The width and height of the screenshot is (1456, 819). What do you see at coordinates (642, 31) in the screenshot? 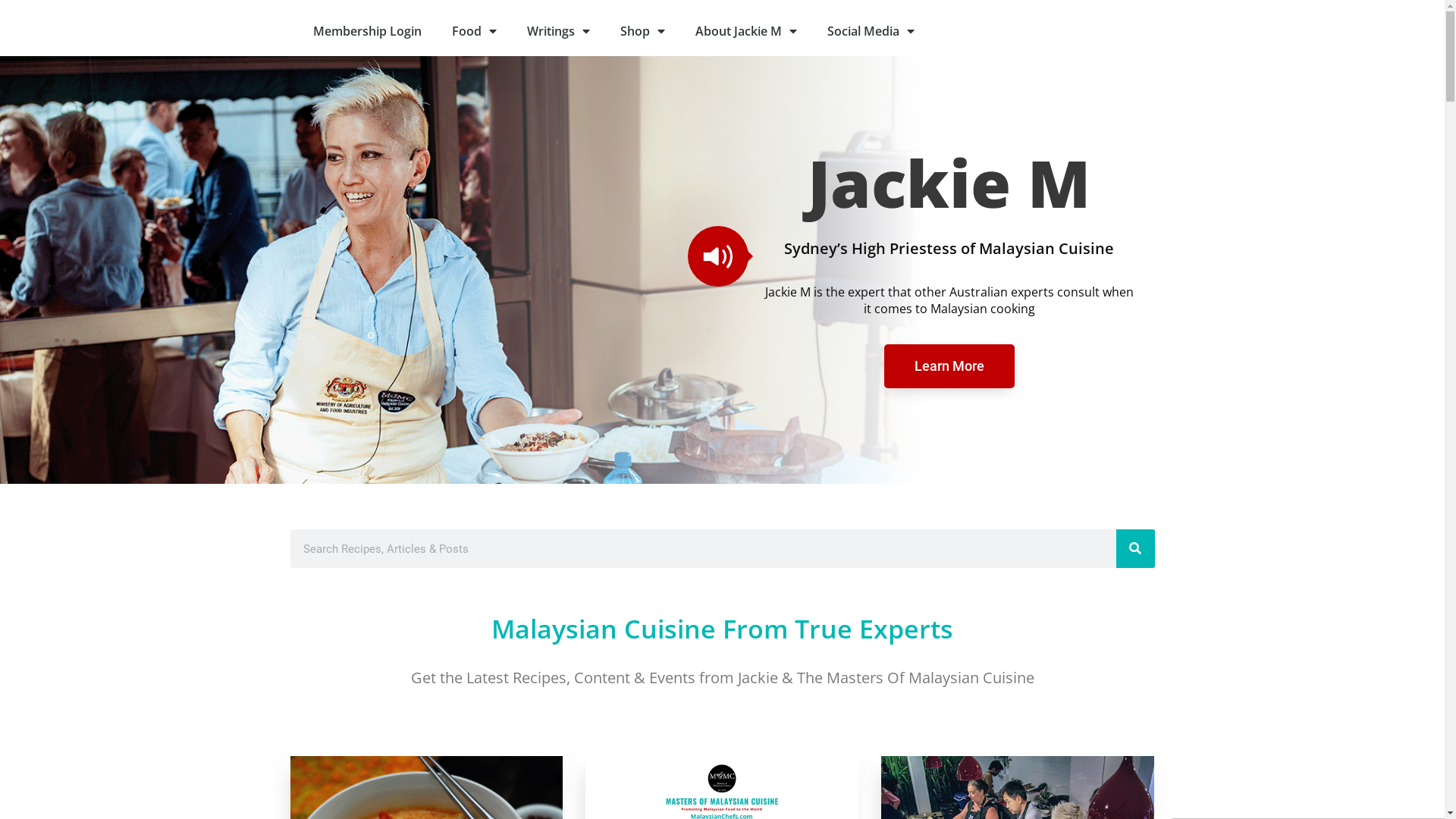
I see `'Shop'` at bounding box center [642, 31].